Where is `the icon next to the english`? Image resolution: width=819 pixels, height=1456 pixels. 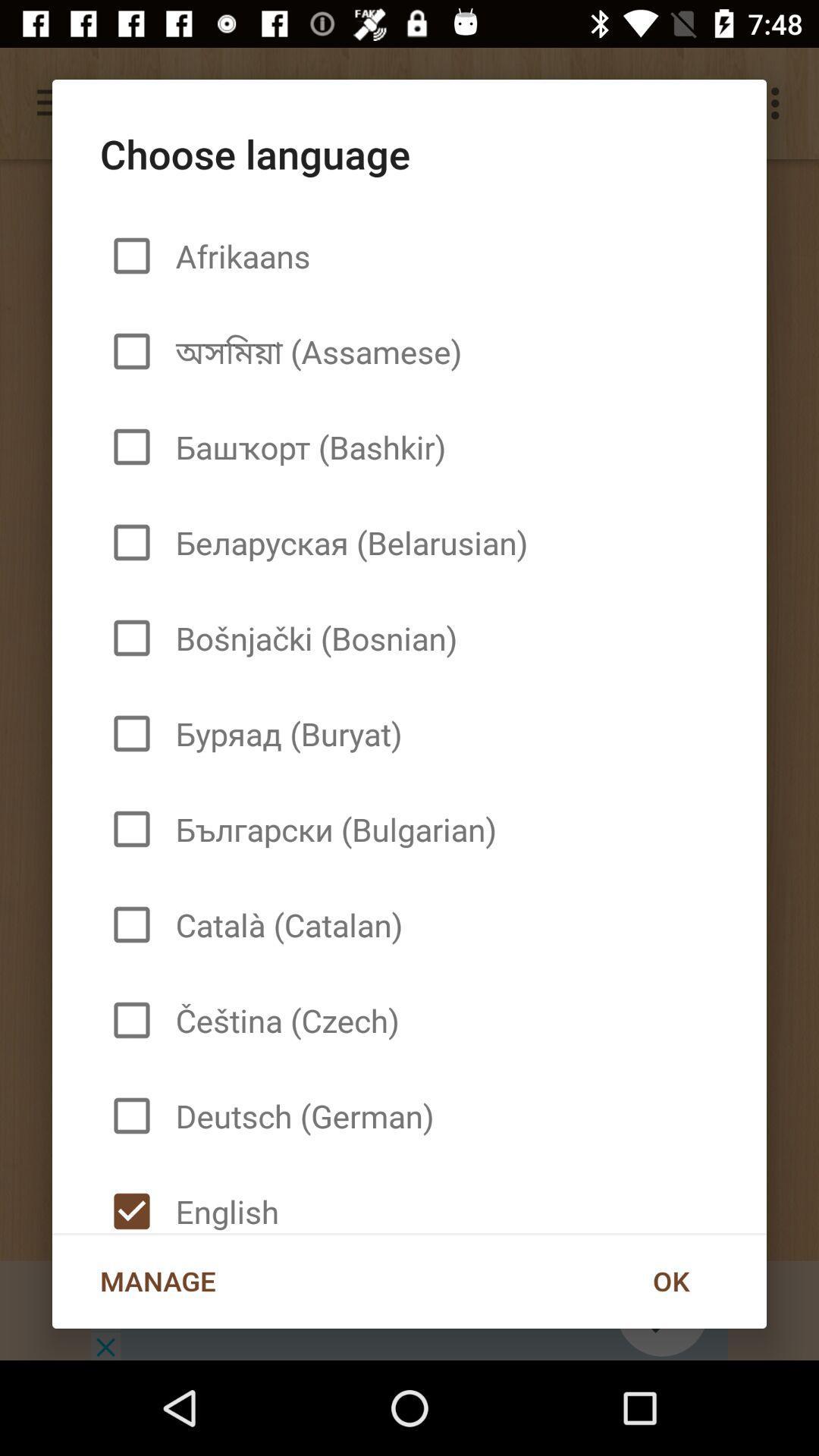
the icon next to the english is located at coordinates (670, 1280).